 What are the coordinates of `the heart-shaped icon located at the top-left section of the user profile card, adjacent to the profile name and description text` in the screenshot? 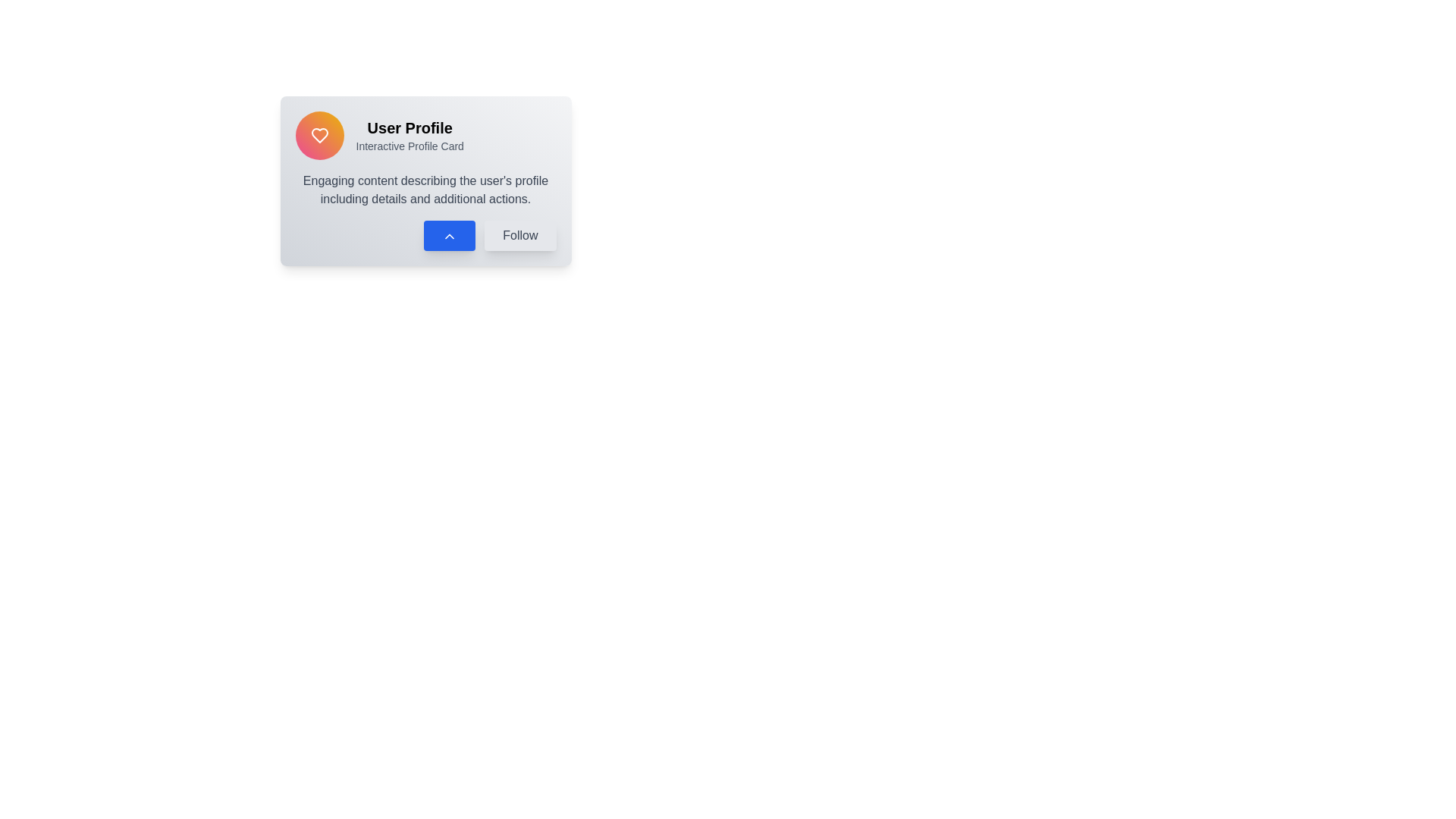 It's located at (318, 134).